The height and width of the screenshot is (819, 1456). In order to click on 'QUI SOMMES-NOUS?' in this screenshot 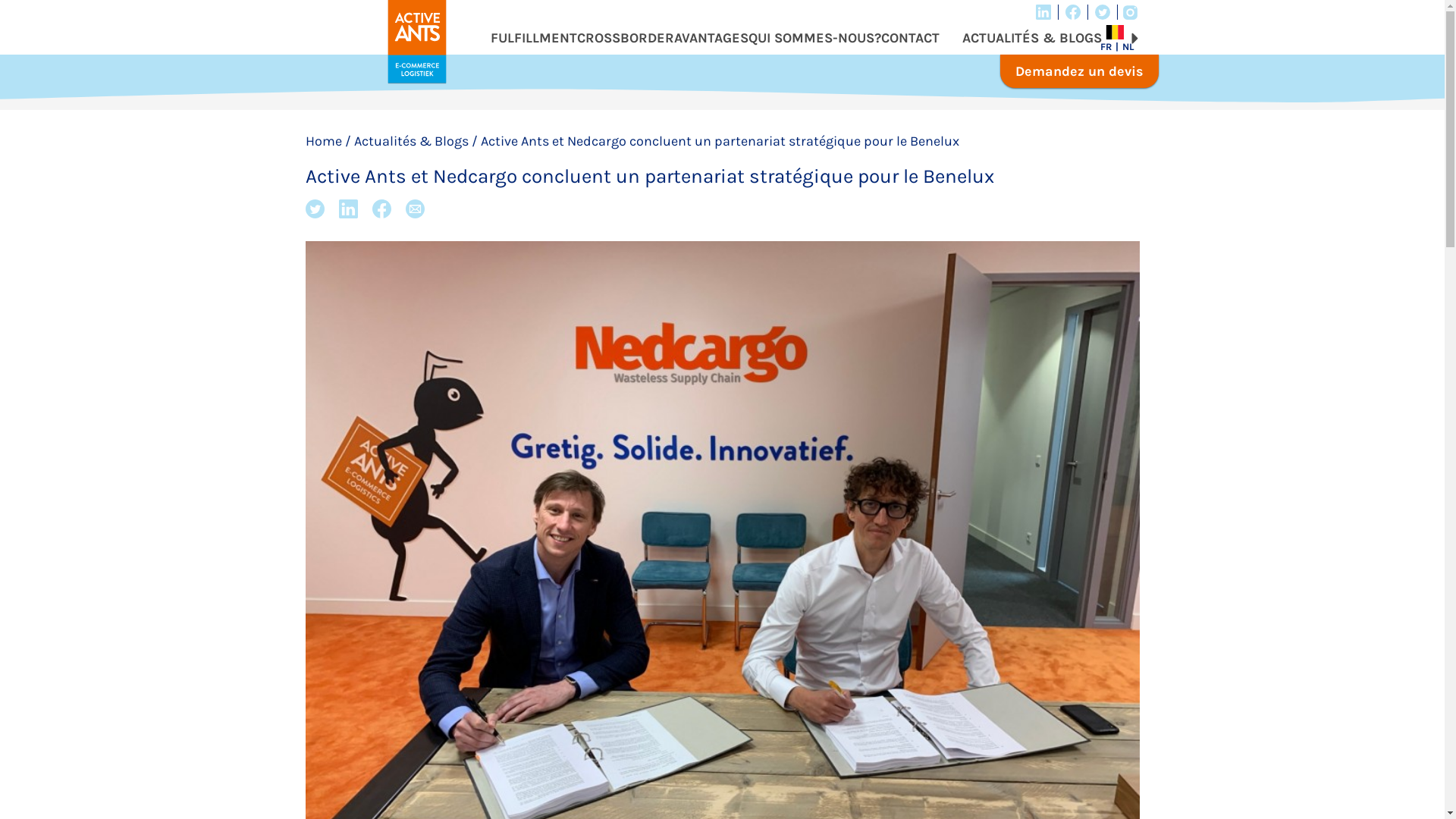, I will do `click(813, 37)`.